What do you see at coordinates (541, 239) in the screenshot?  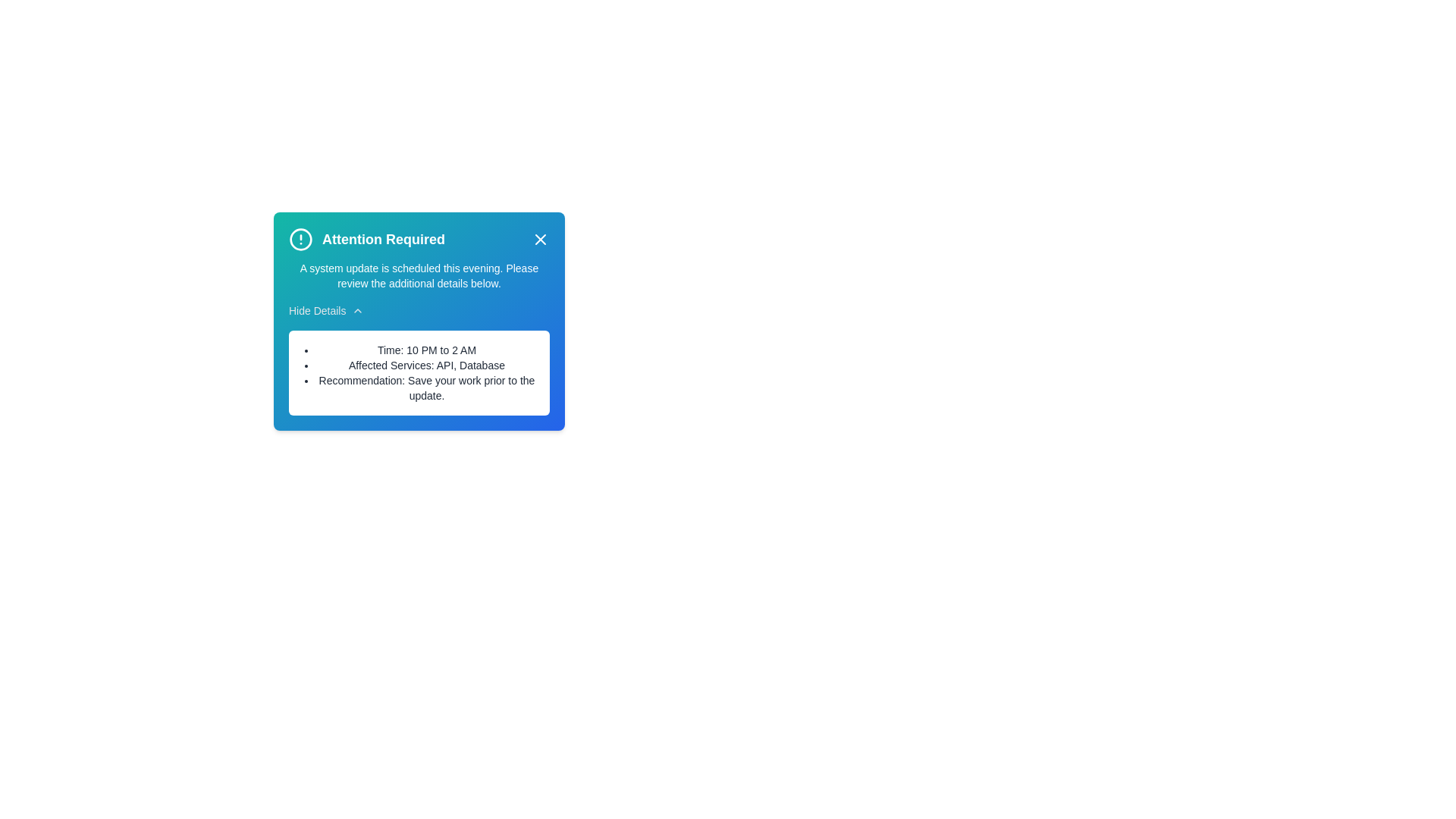 I see `the close button to close the alert` at bounding box center [541, 239].